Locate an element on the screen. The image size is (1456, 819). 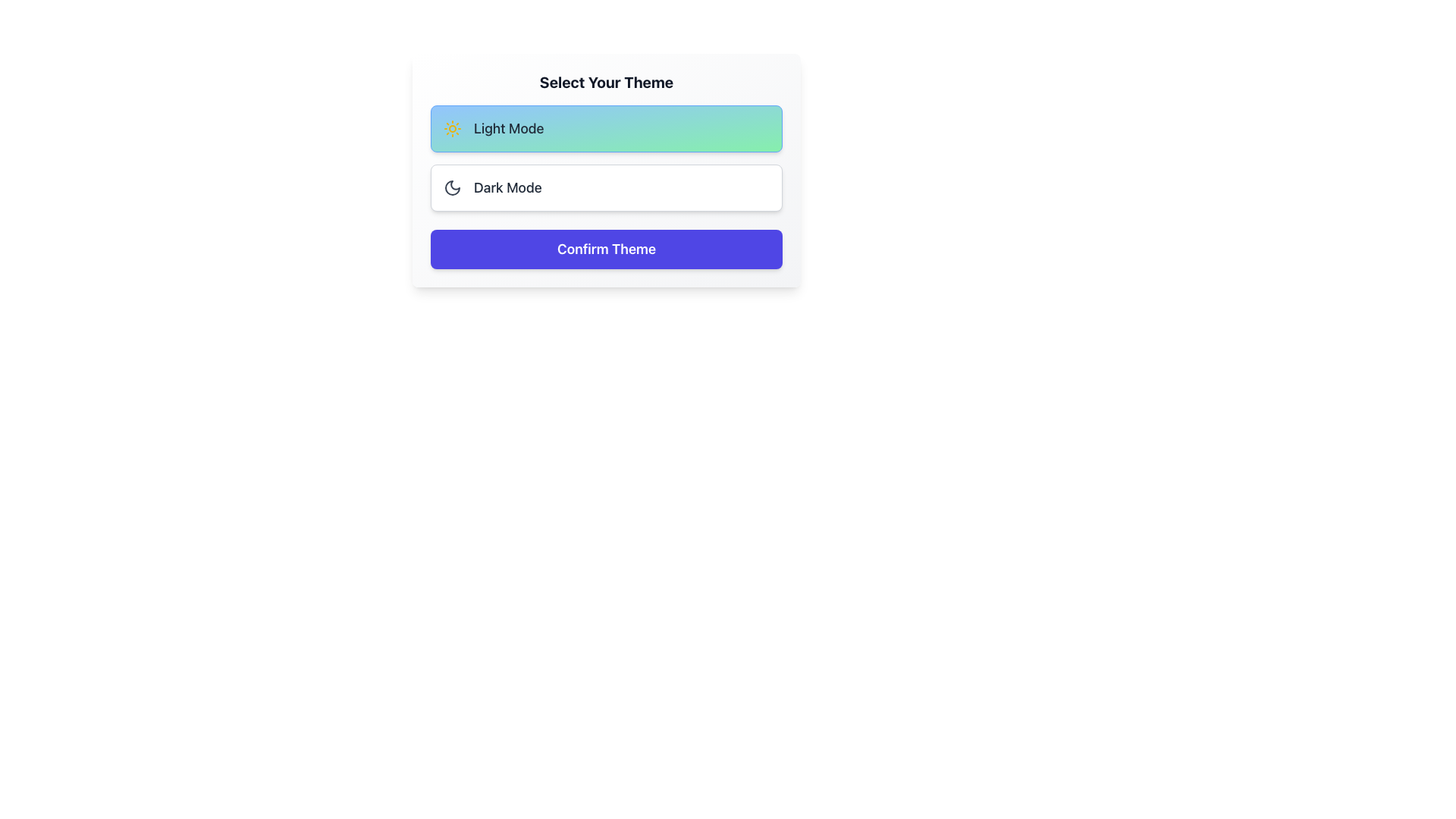
the descriptive title text label that guides users to select a theme option, located above the Light Mode and Dark Mode selection buttons is located at coordinates (607, 82).